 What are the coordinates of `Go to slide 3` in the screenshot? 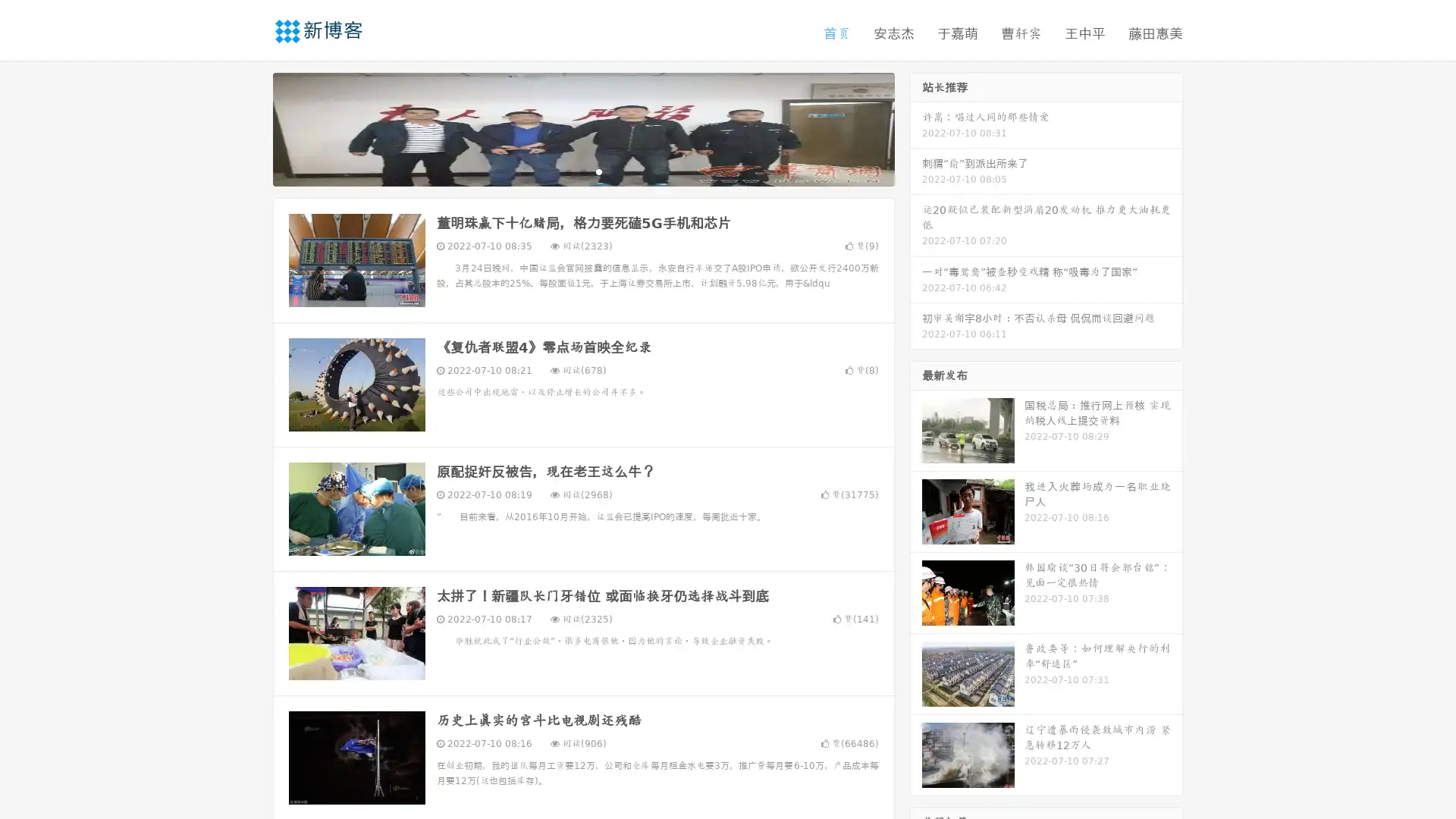 It's located at (598, 171).